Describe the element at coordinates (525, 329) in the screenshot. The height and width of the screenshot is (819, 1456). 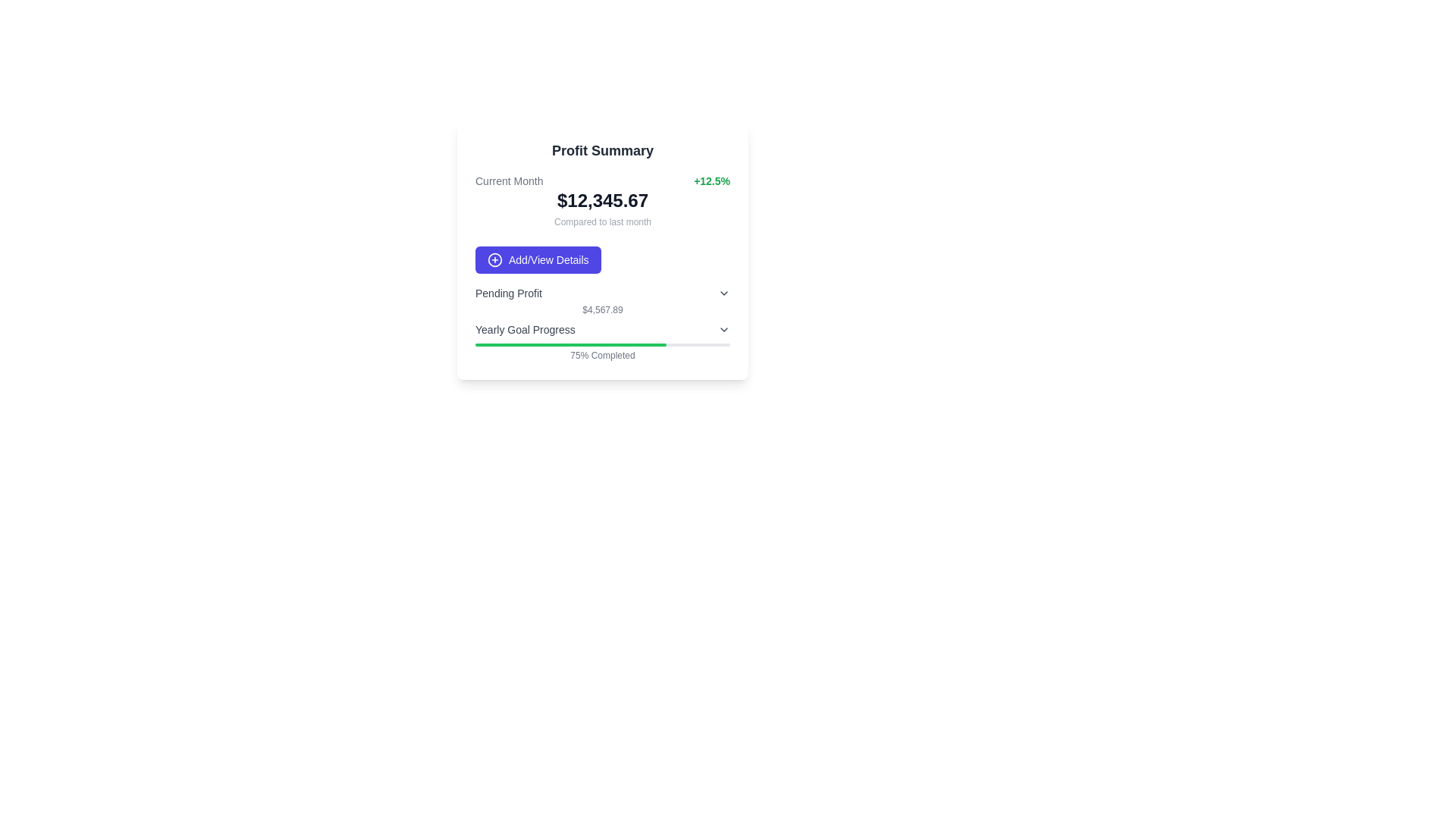
I see `the static text label that describes the user's yearly goal achievement, located in the 'Profit Summary' panel under 'Pending Profit', just above the progress bar` at that location.